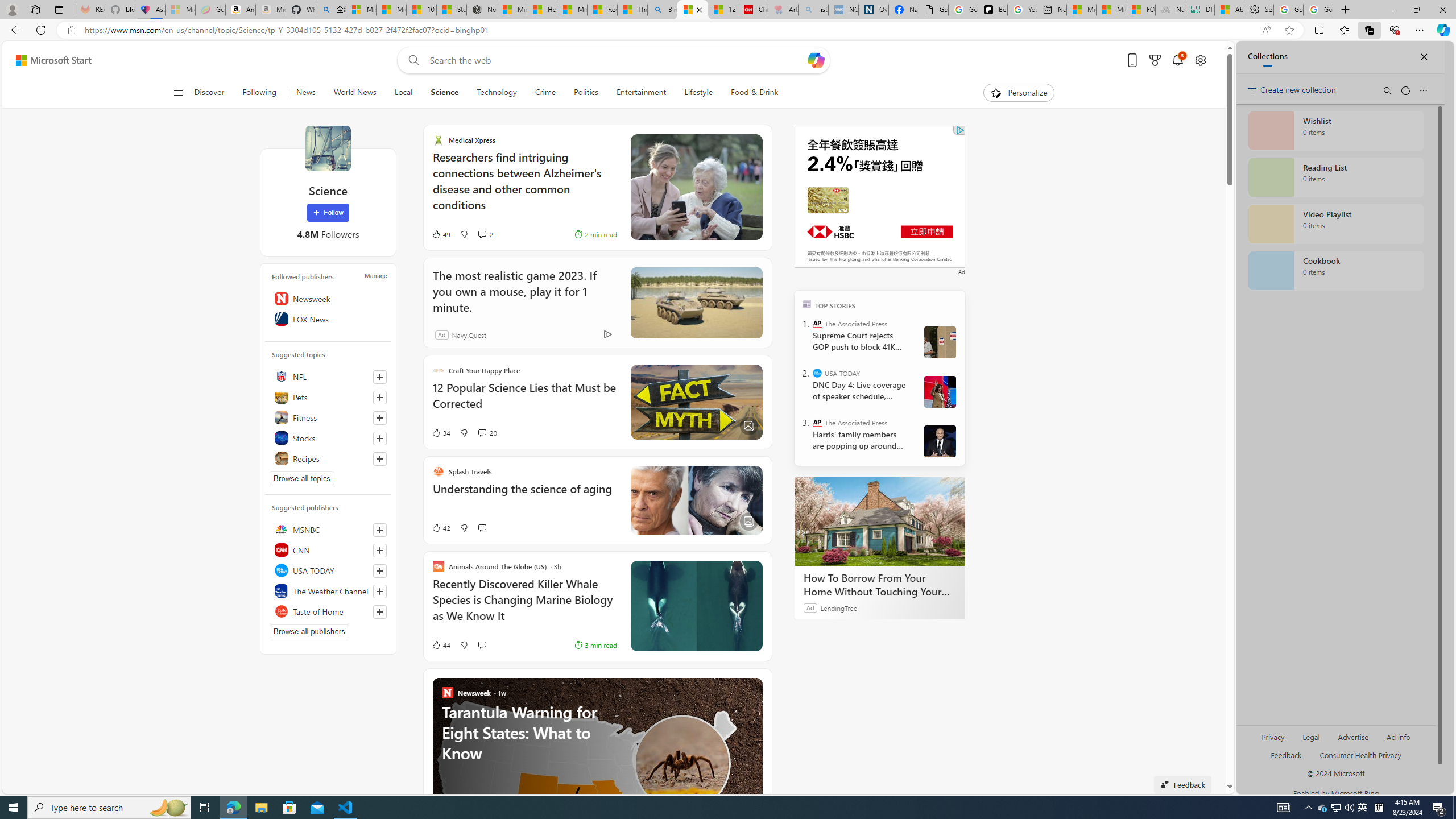 The image size is (1456, 819). I want to click on 'AutomationID: genId96', so click(1285, 759).